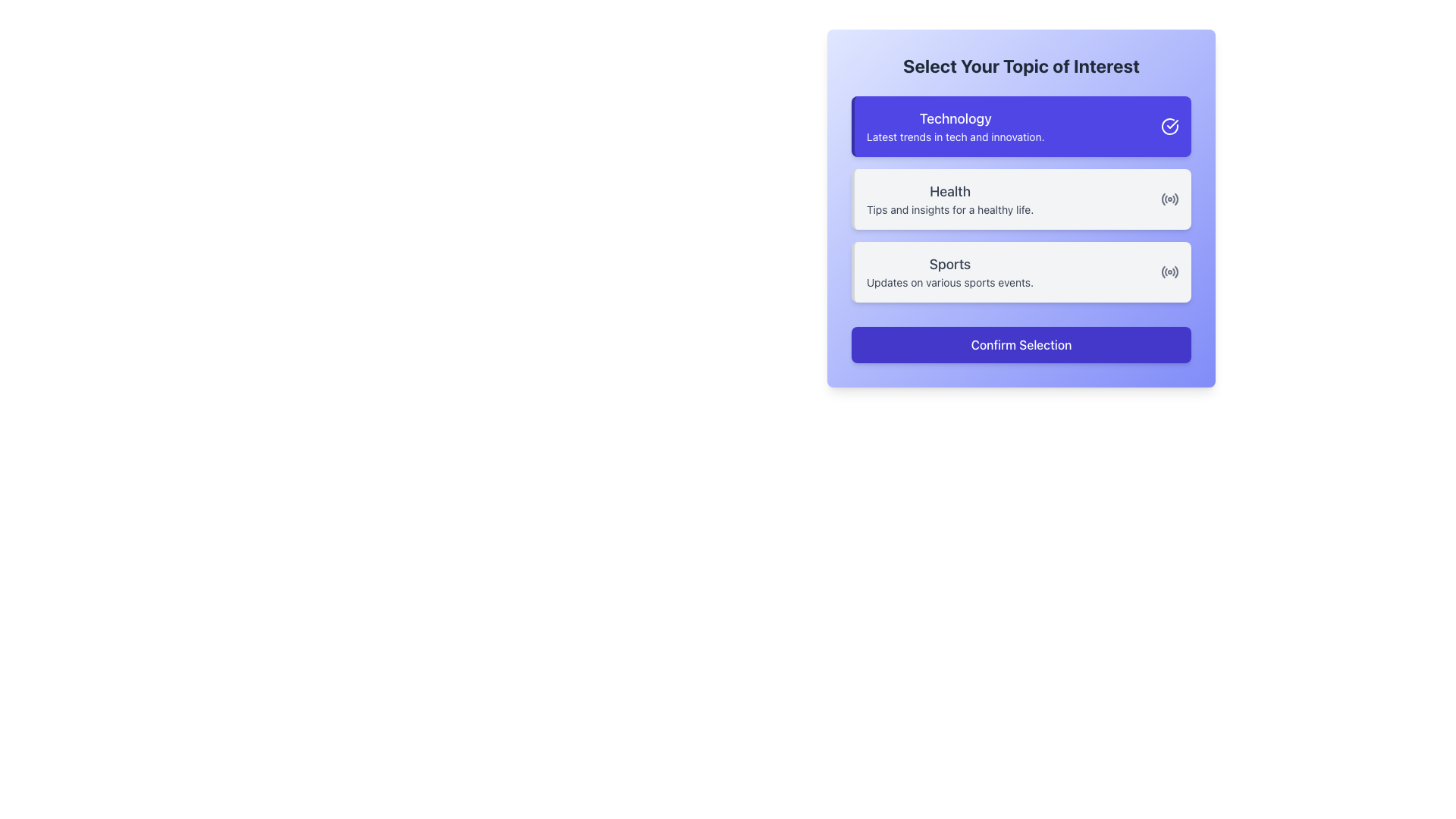  I want to click on the text element that provides a brief description or tagline summarizing the 'Technology' section, located directly below the 'Technology' label within the purple card interface, so click(955, 137).